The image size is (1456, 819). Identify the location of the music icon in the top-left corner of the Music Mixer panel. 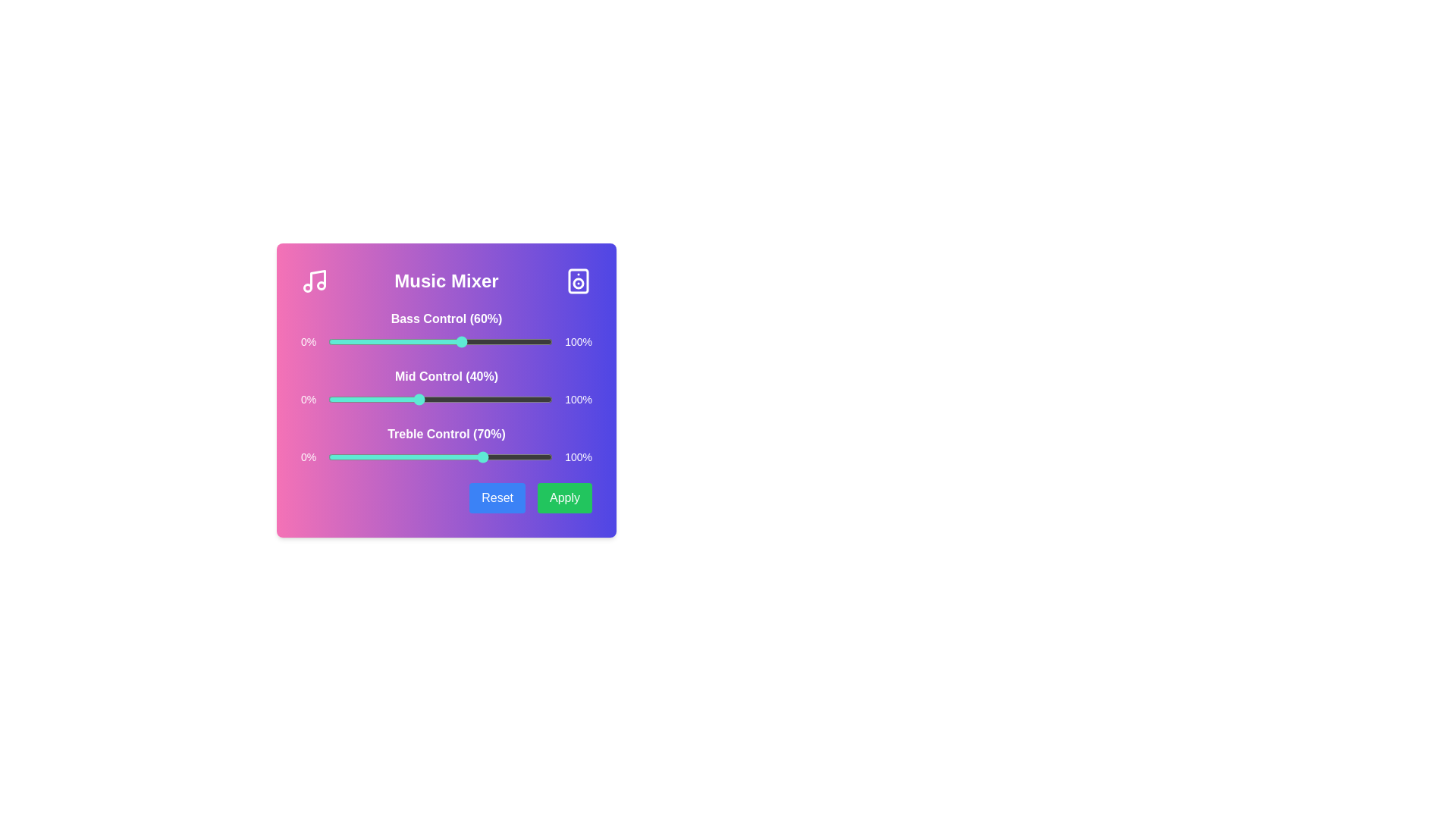
(313, 281).